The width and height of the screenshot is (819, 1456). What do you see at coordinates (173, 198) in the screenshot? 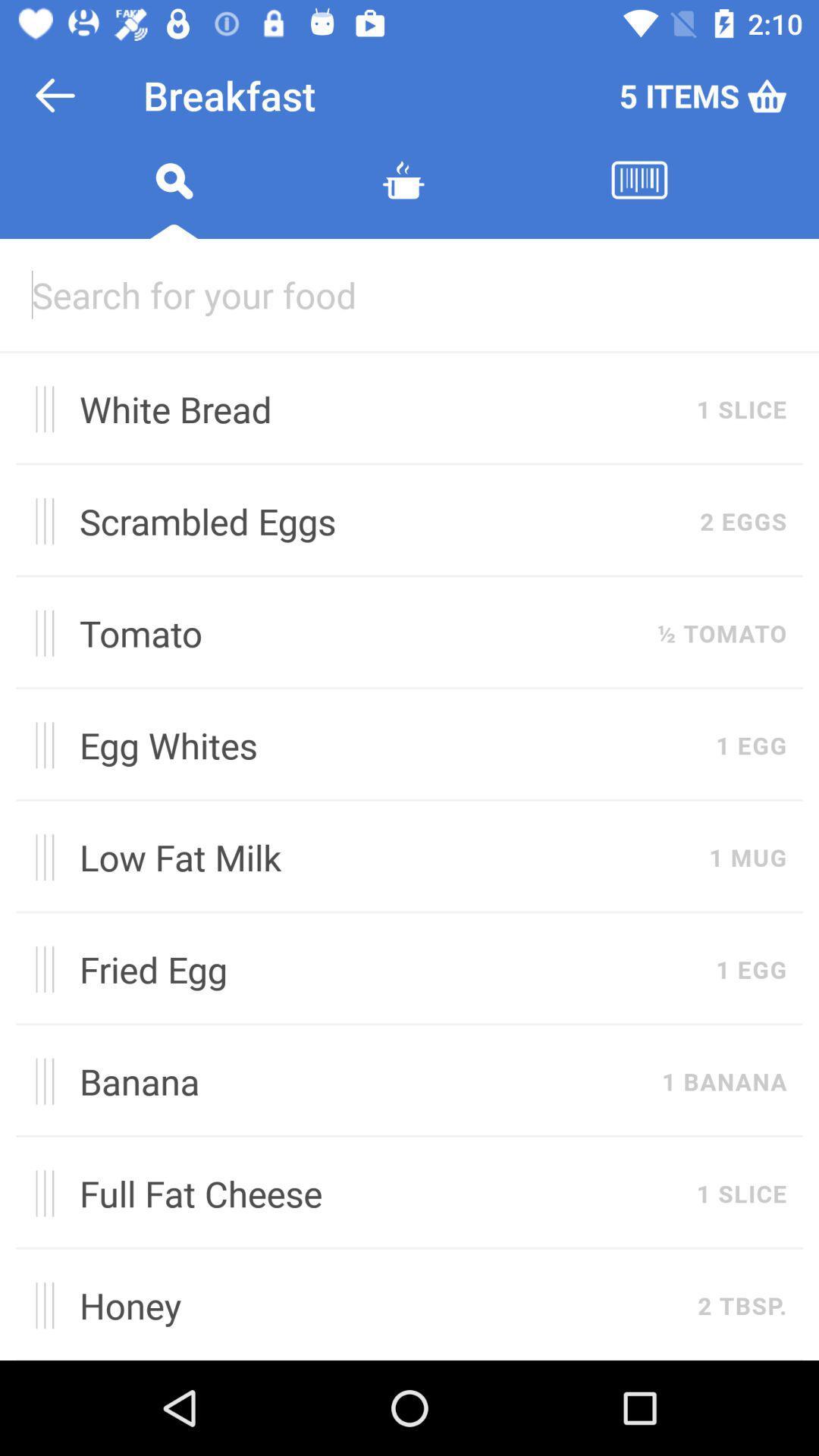
I see `begin search` at bounding box center [173, 198].